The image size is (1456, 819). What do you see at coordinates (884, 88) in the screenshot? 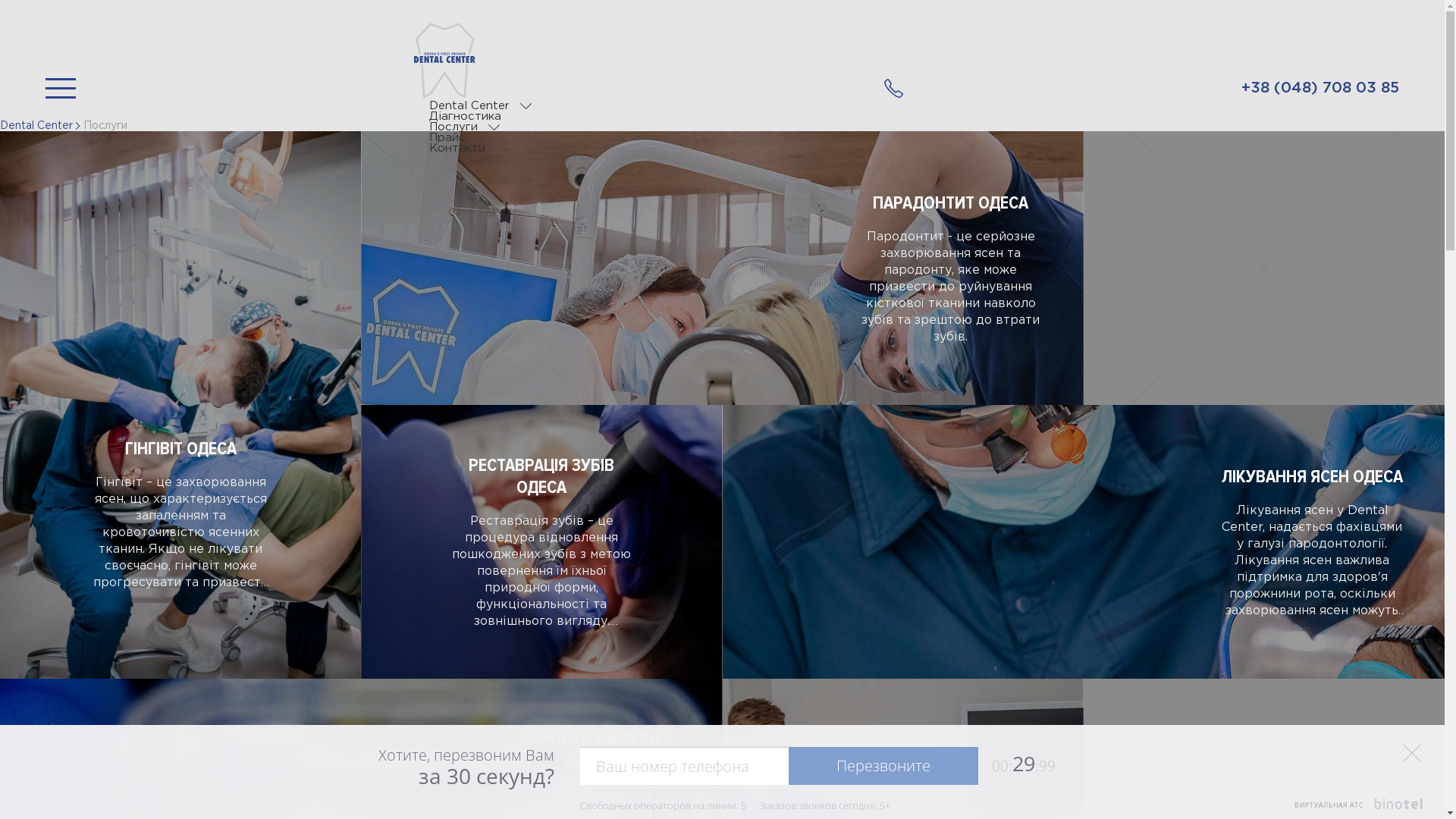
I see `'+38 (048) 708 03 85'` at bounding box center [884, 88].